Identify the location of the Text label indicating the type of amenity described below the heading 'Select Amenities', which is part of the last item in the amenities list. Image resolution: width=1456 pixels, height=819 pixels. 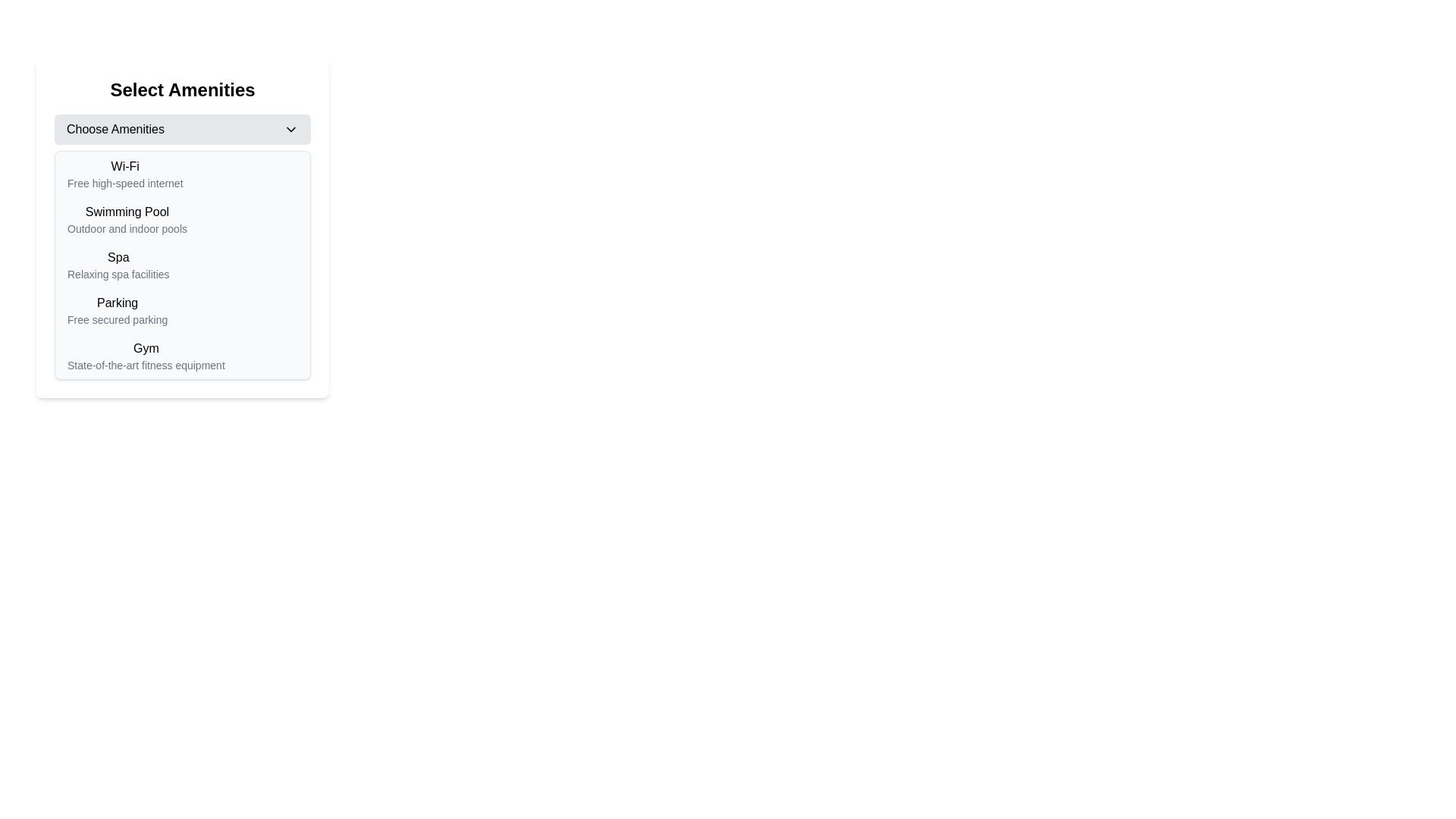
(146, 348).